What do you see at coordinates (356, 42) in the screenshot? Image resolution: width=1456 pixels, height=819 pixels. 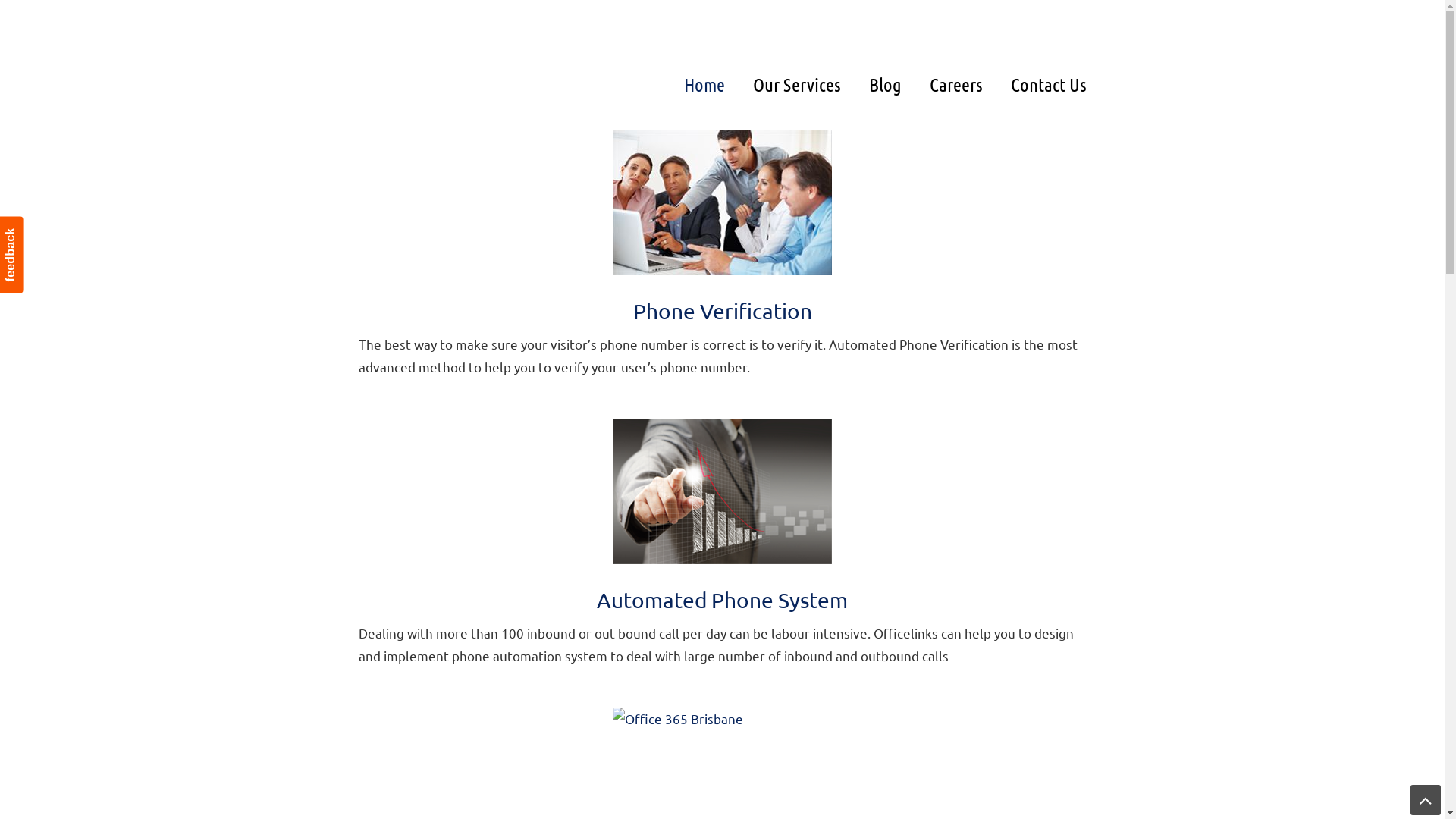 I see `'Professional IT Company'` at bounding box center [356, 42].